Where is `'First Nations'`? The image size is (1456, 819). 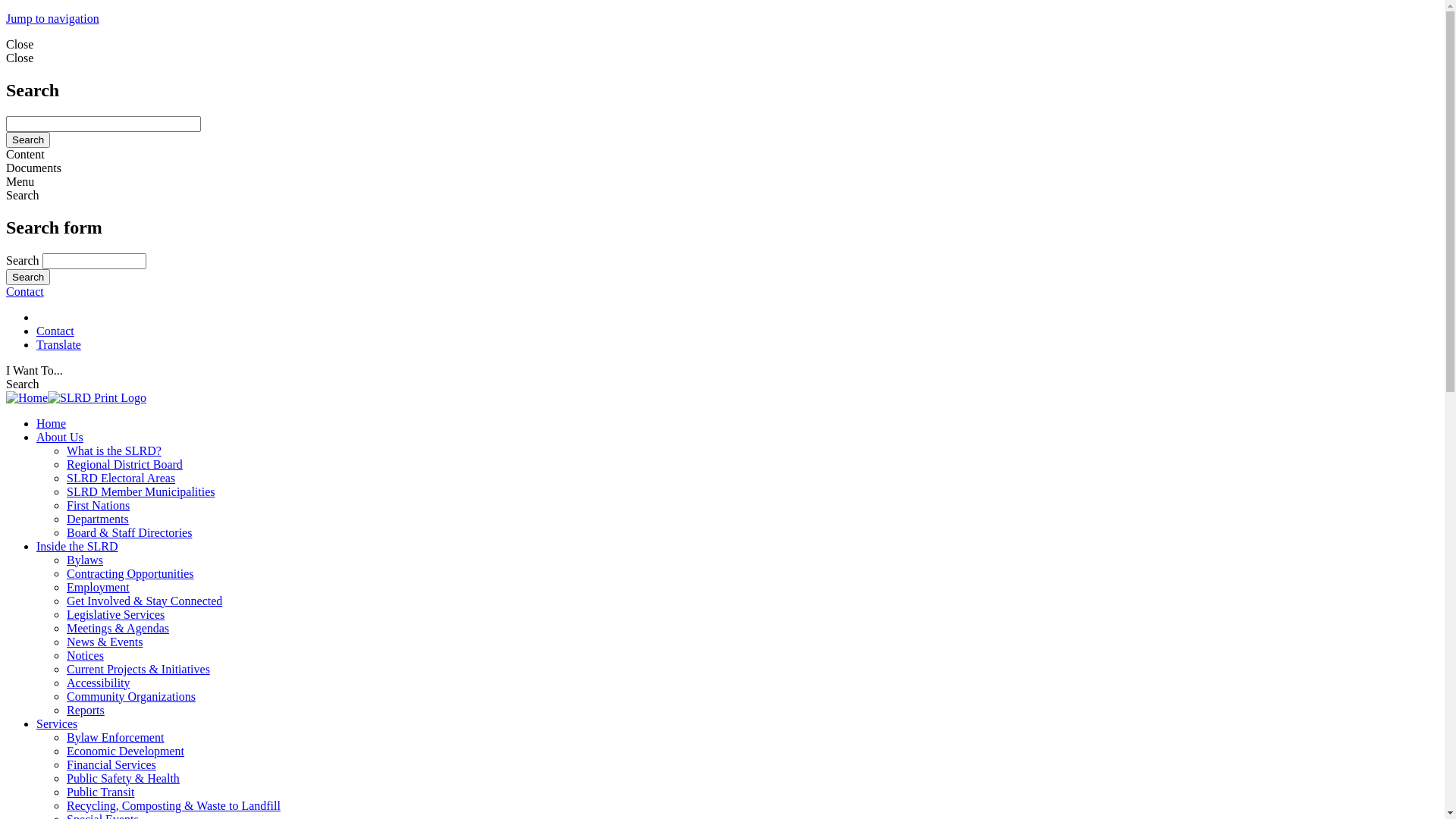
'First Nations' is located at coordinates (97, 505).